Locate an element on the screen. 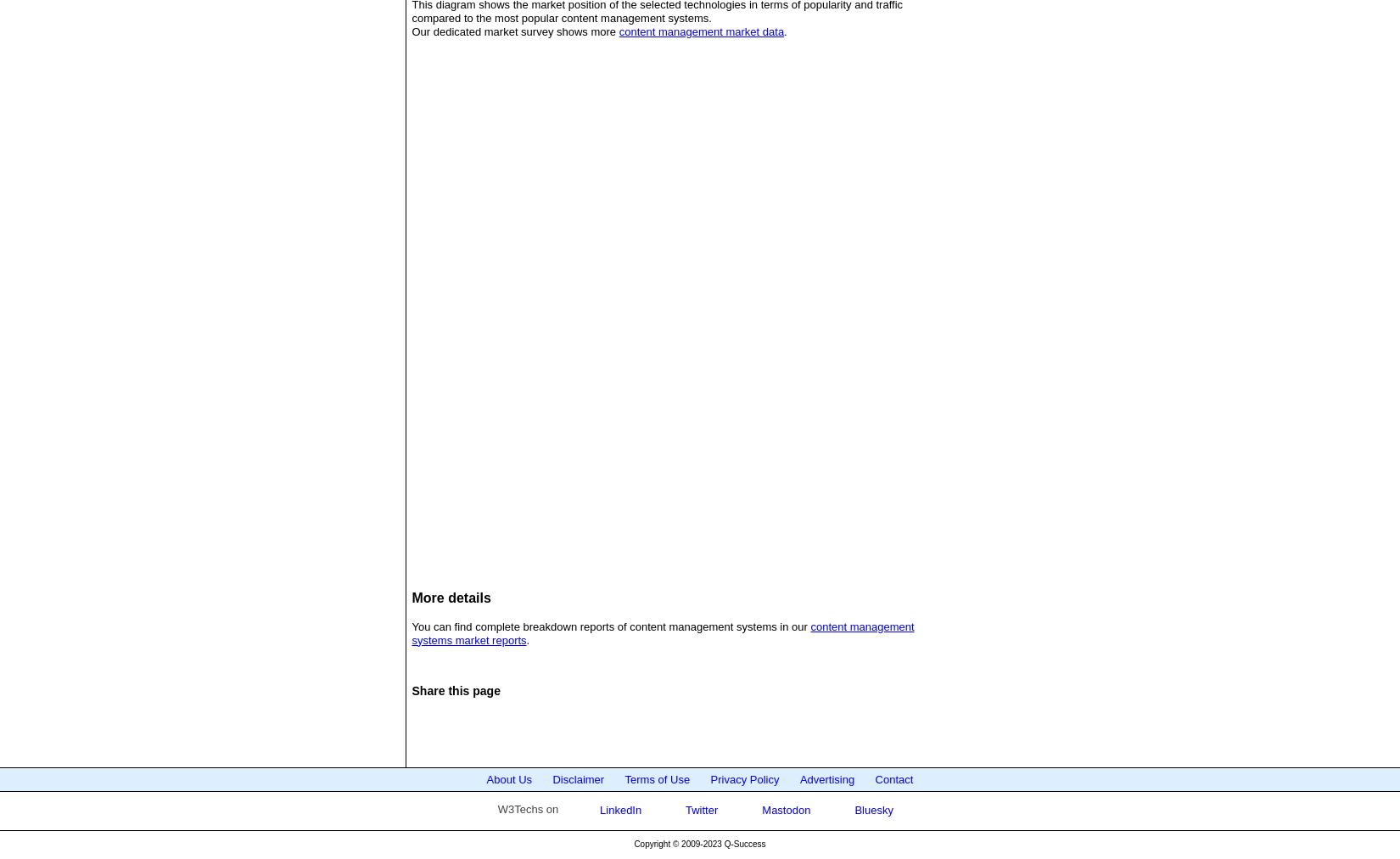 This screenshot has height=859, width=1400. 'About Us' is located at coordinates (507, 778).